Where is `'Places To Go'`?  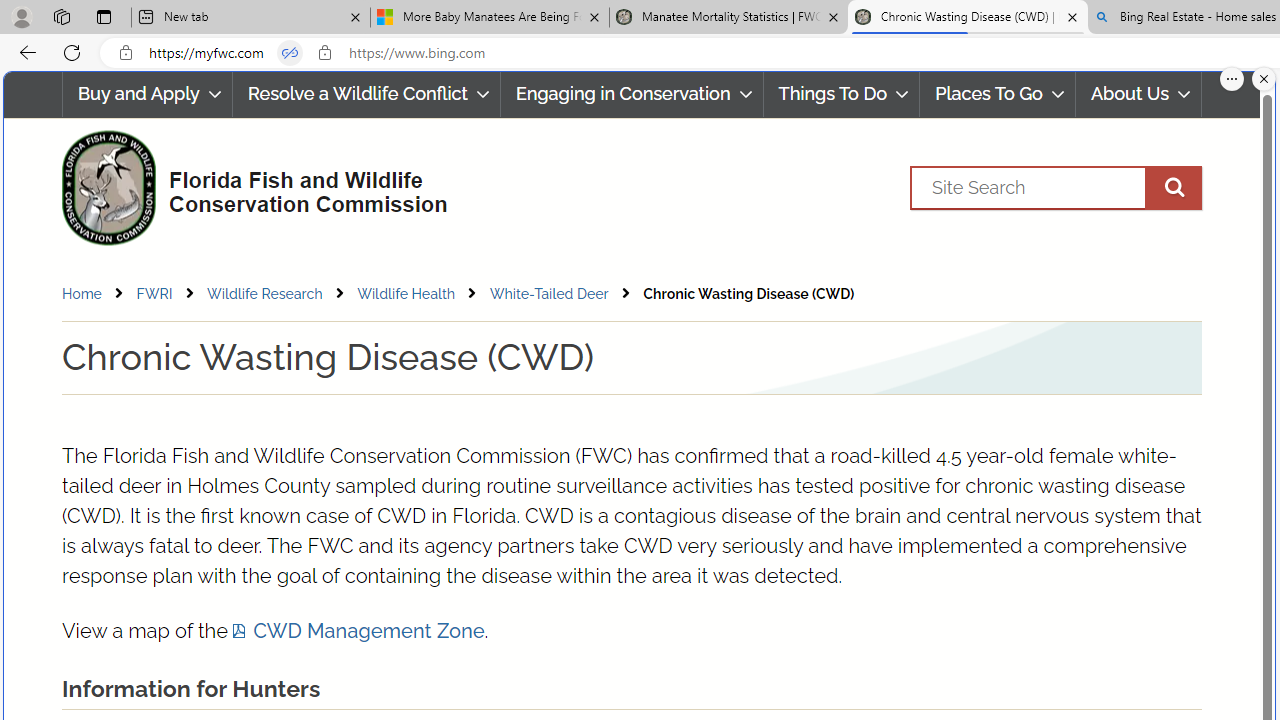
'Places To Go' is located at coordinates (998, 94).